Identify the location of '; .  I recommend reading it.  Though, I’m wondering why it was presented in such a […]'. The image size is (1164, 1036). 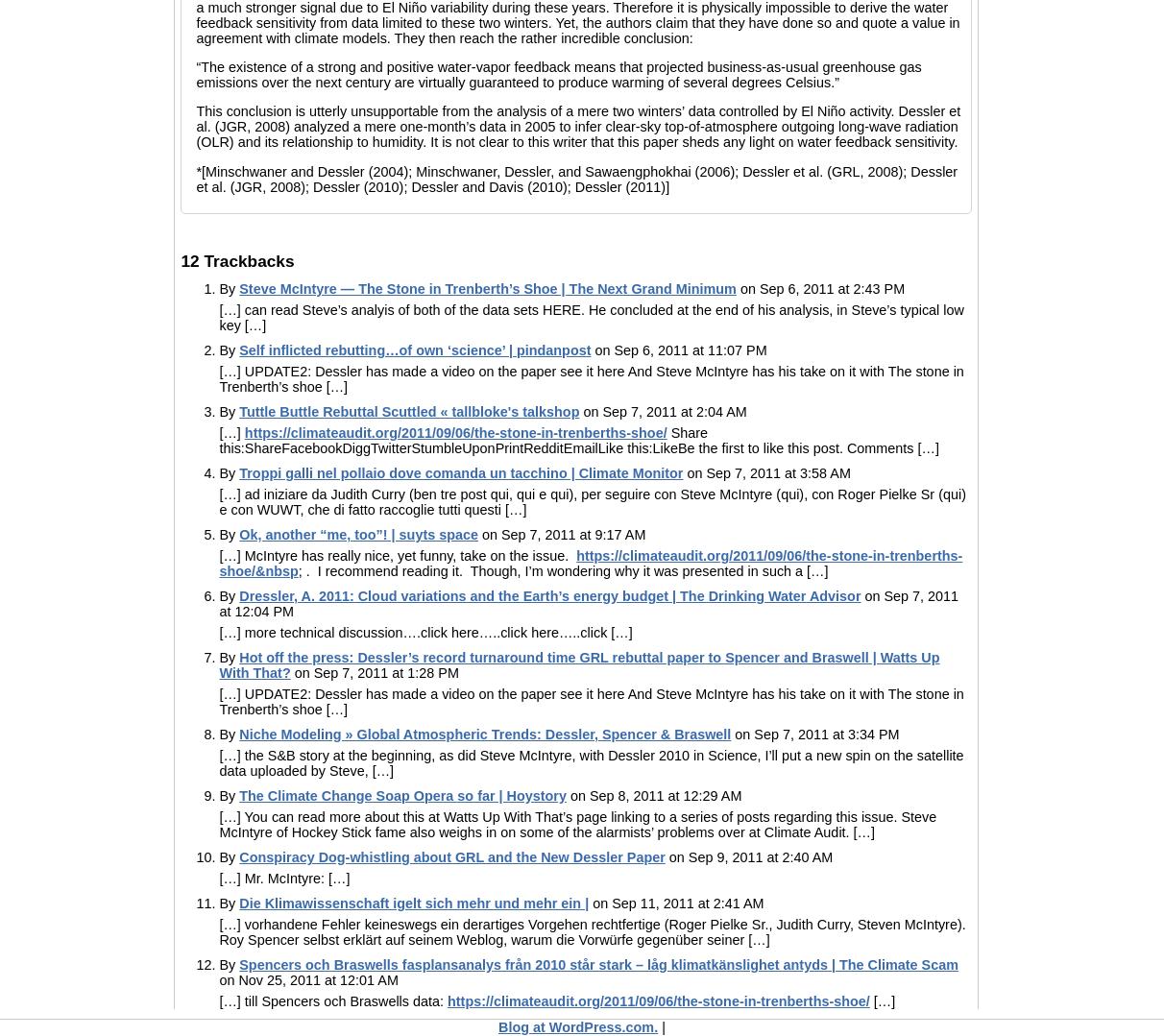
(563, 569).